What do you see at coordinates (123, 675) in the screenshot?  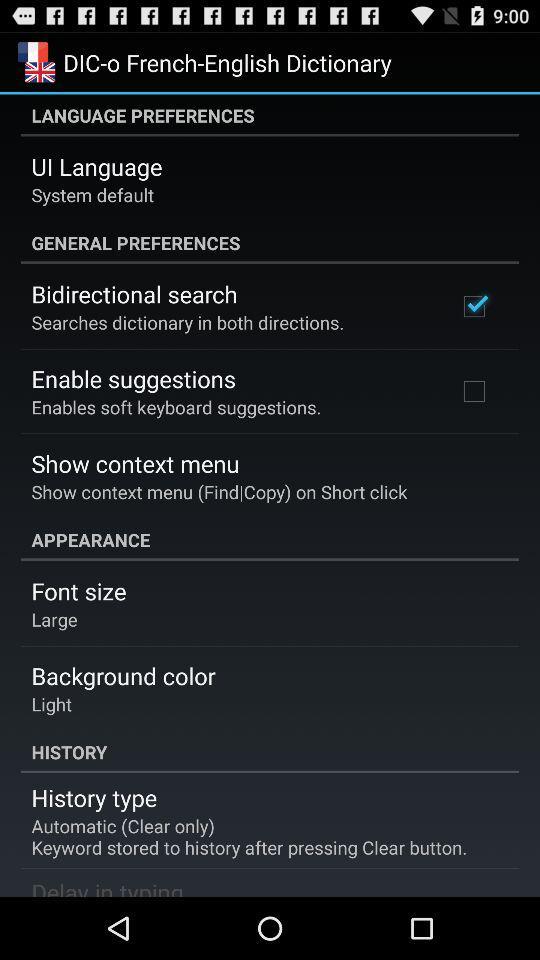 I see `item below the large` at bounding box center [123, 675].